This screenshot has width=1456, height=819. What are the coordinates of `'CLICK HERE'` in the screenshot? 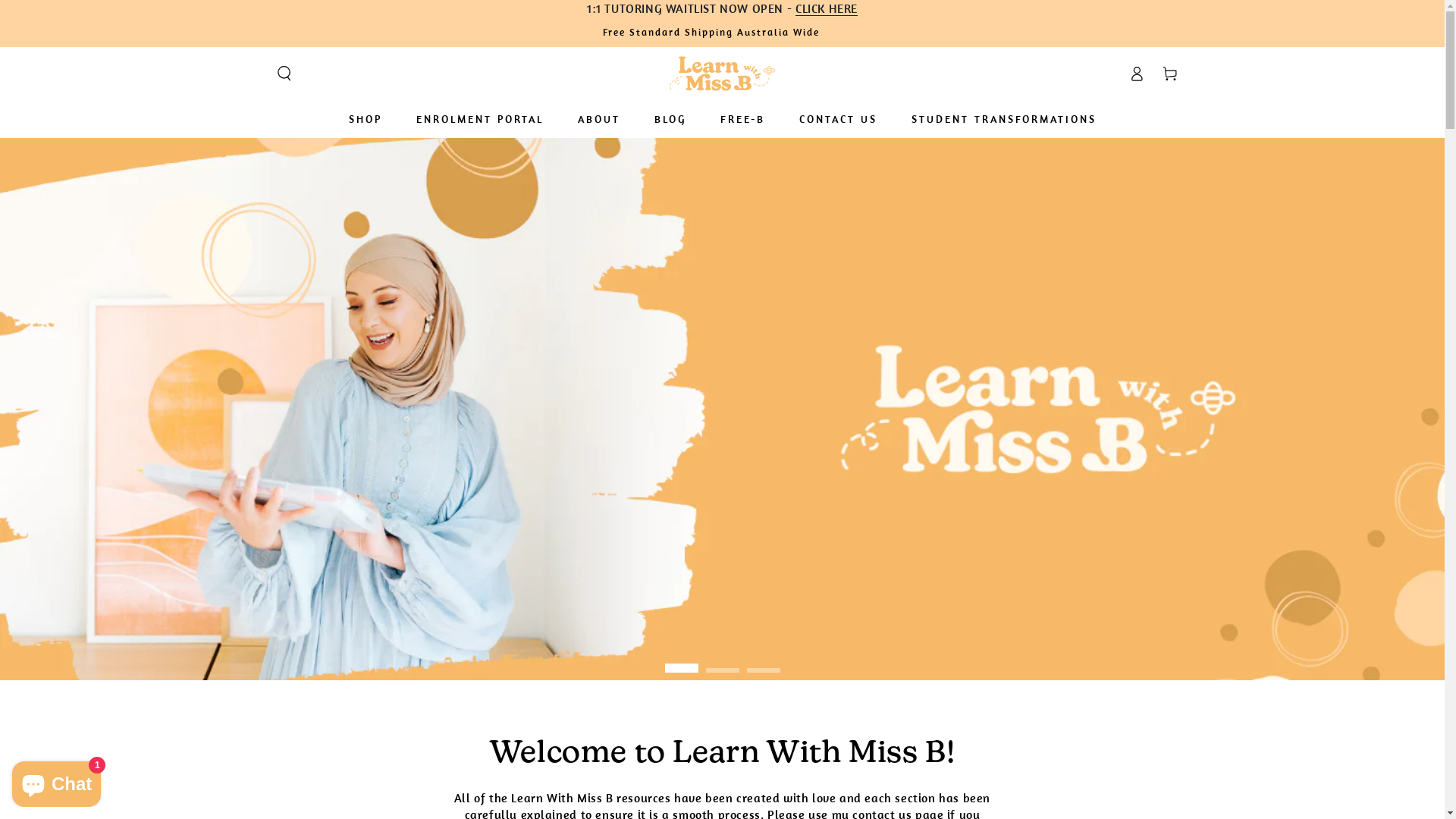 It's located at (795, 8).